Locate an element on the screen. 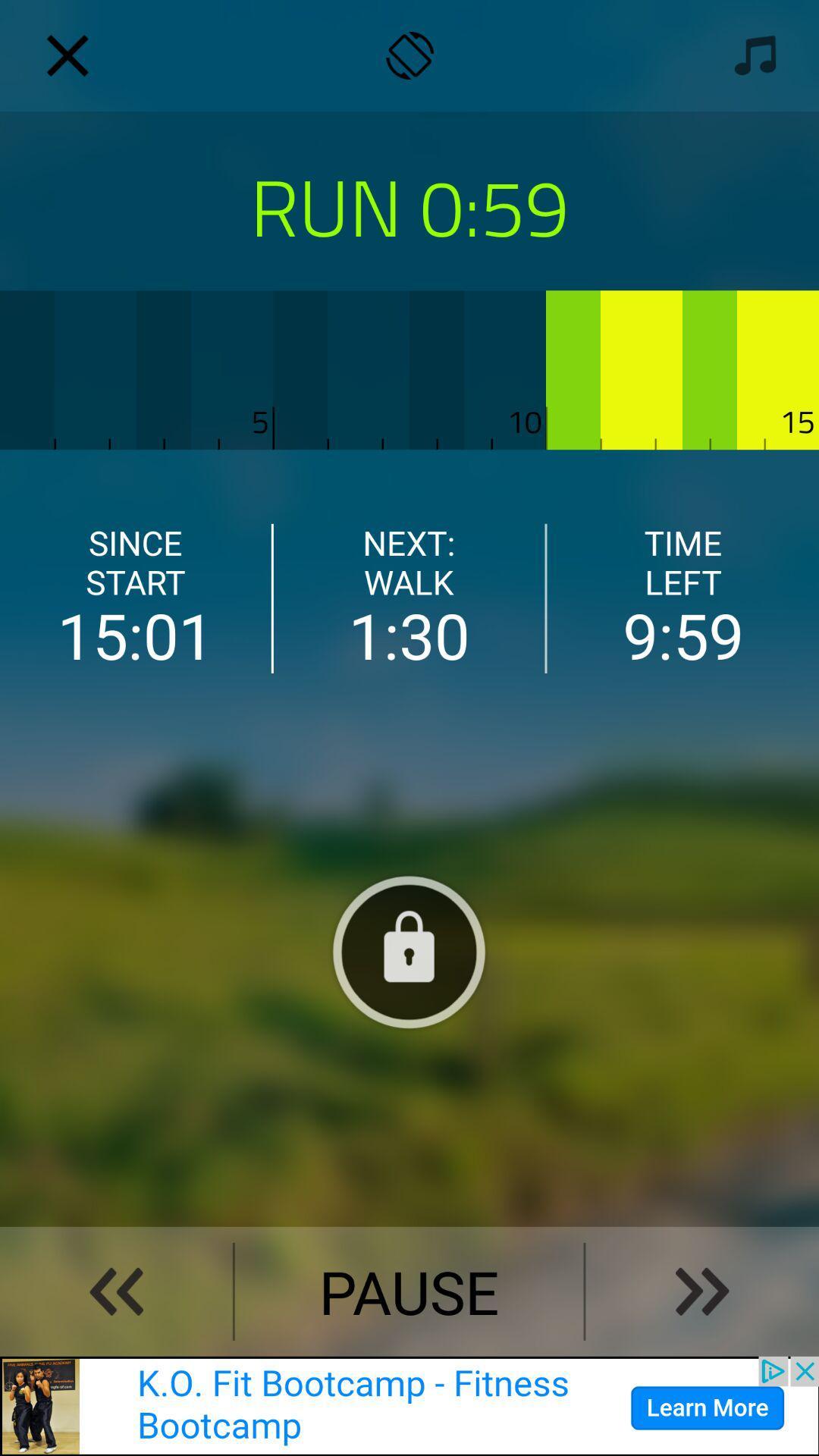 This screenshot has height=1456, width=819. the advertisement is located at coordinates (409, 1405).